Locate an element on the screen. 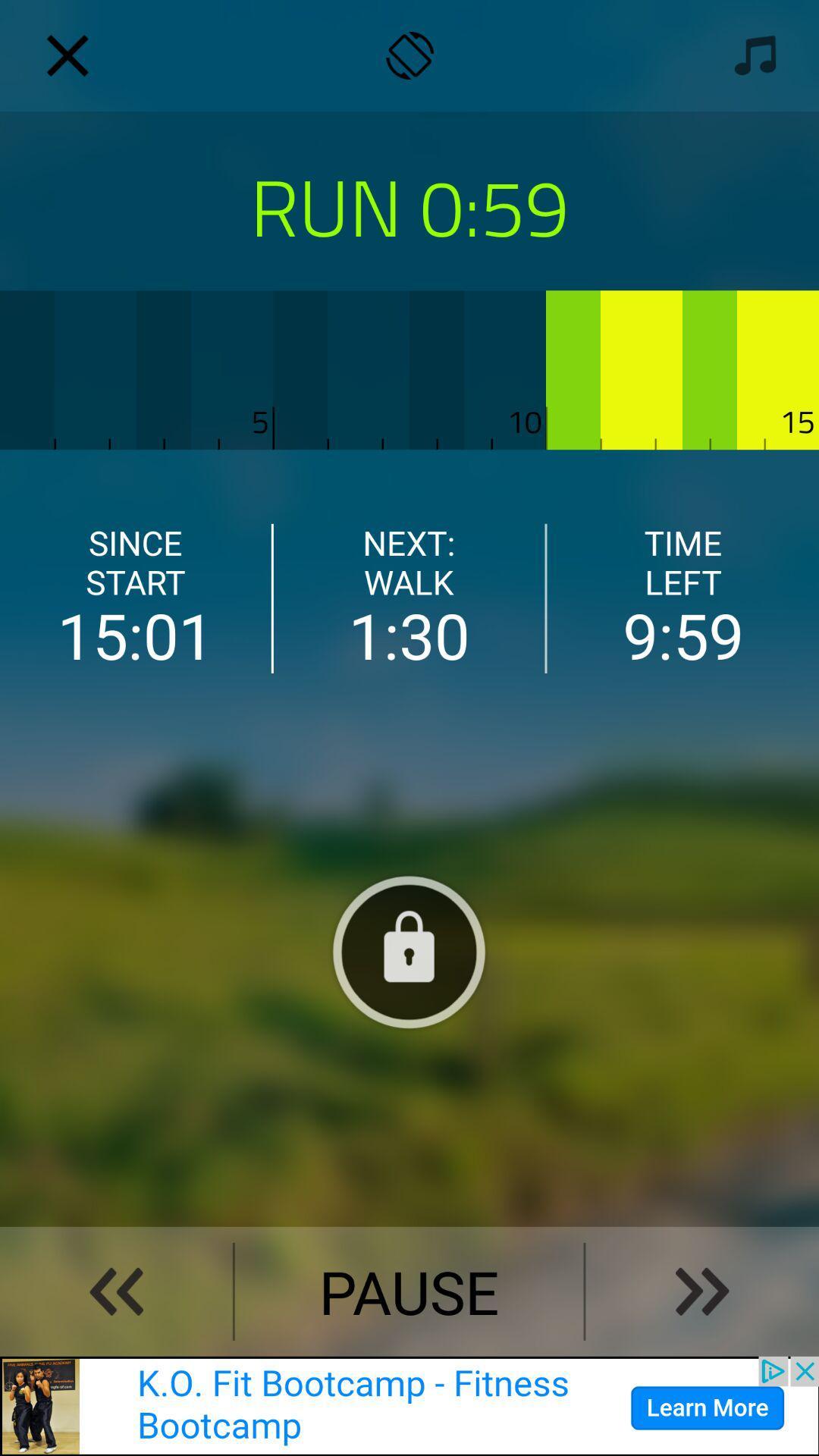 This screenshot has height=1456, width=819. the advertisement is located at coordinates (409, 1405).